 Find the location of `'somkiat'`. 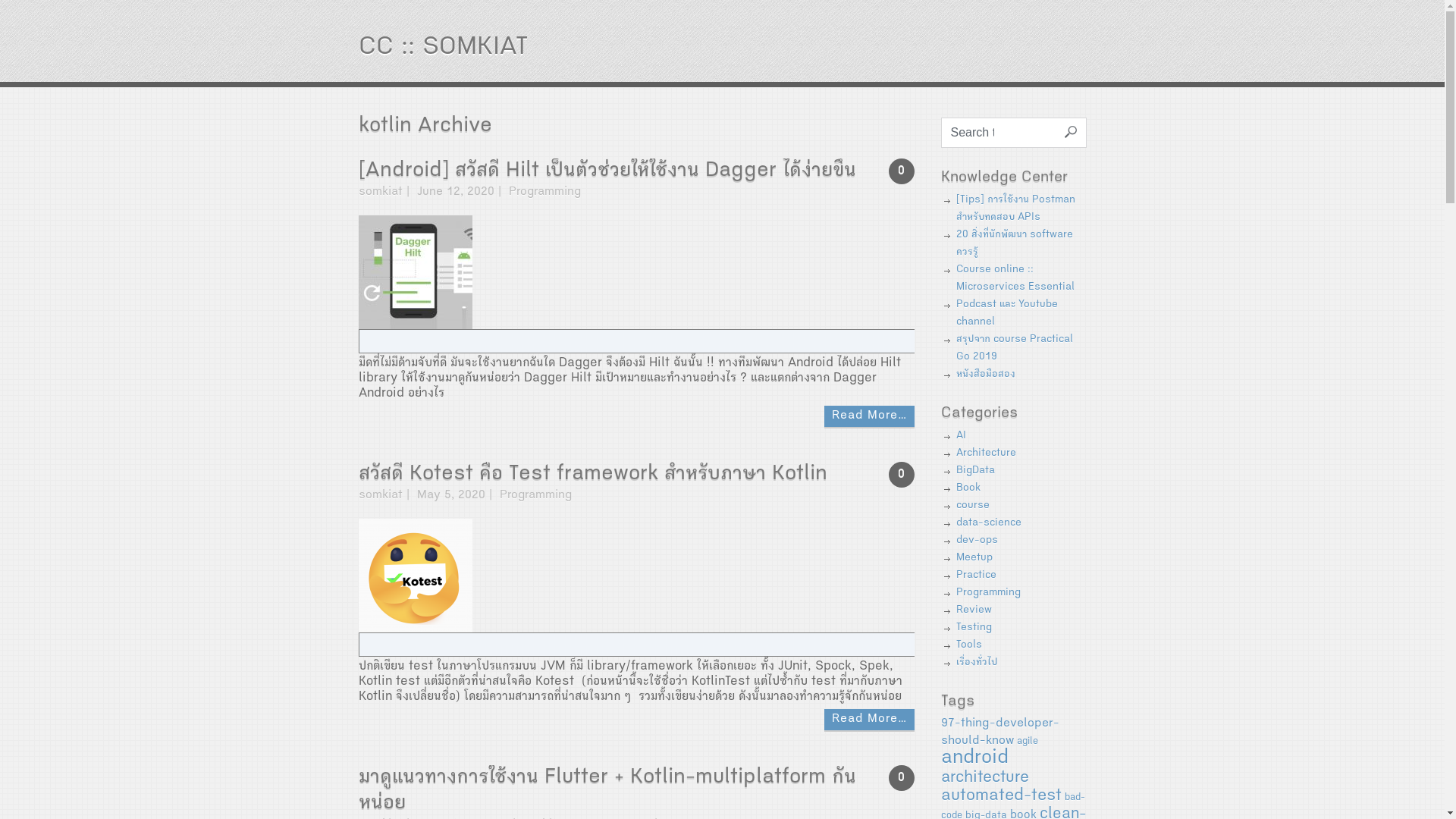

'somkiat' is located at coordinates (379, 192).